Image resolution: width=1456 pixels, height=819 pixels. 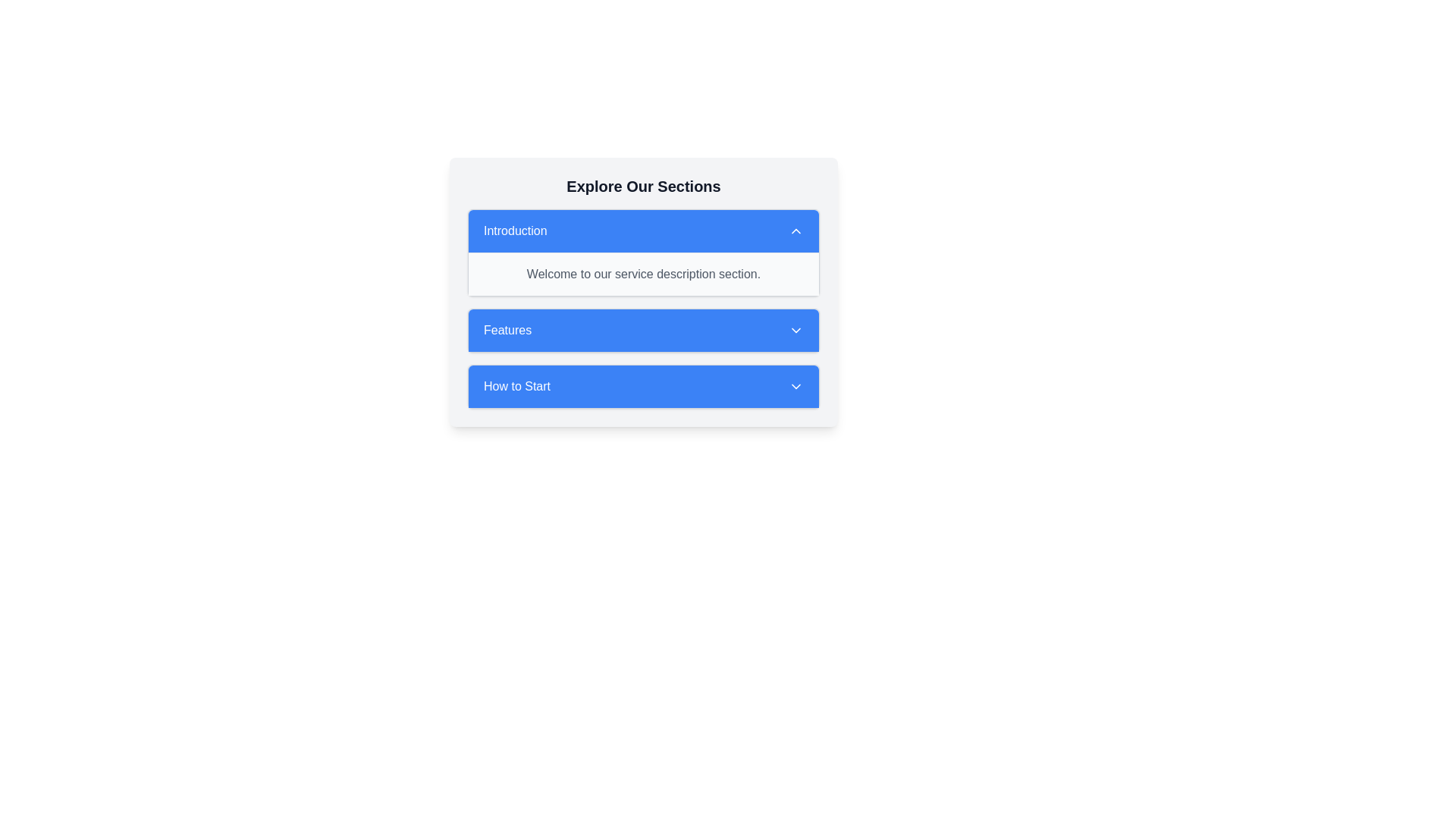 What do you see at coordinates (515, 231) in the screenshot?
I see `text from the Static Text Label that serves as the title for the 'Introduction' collapsible section, located in the blue header bar at the top of the section` at bounding box center [515, 231].